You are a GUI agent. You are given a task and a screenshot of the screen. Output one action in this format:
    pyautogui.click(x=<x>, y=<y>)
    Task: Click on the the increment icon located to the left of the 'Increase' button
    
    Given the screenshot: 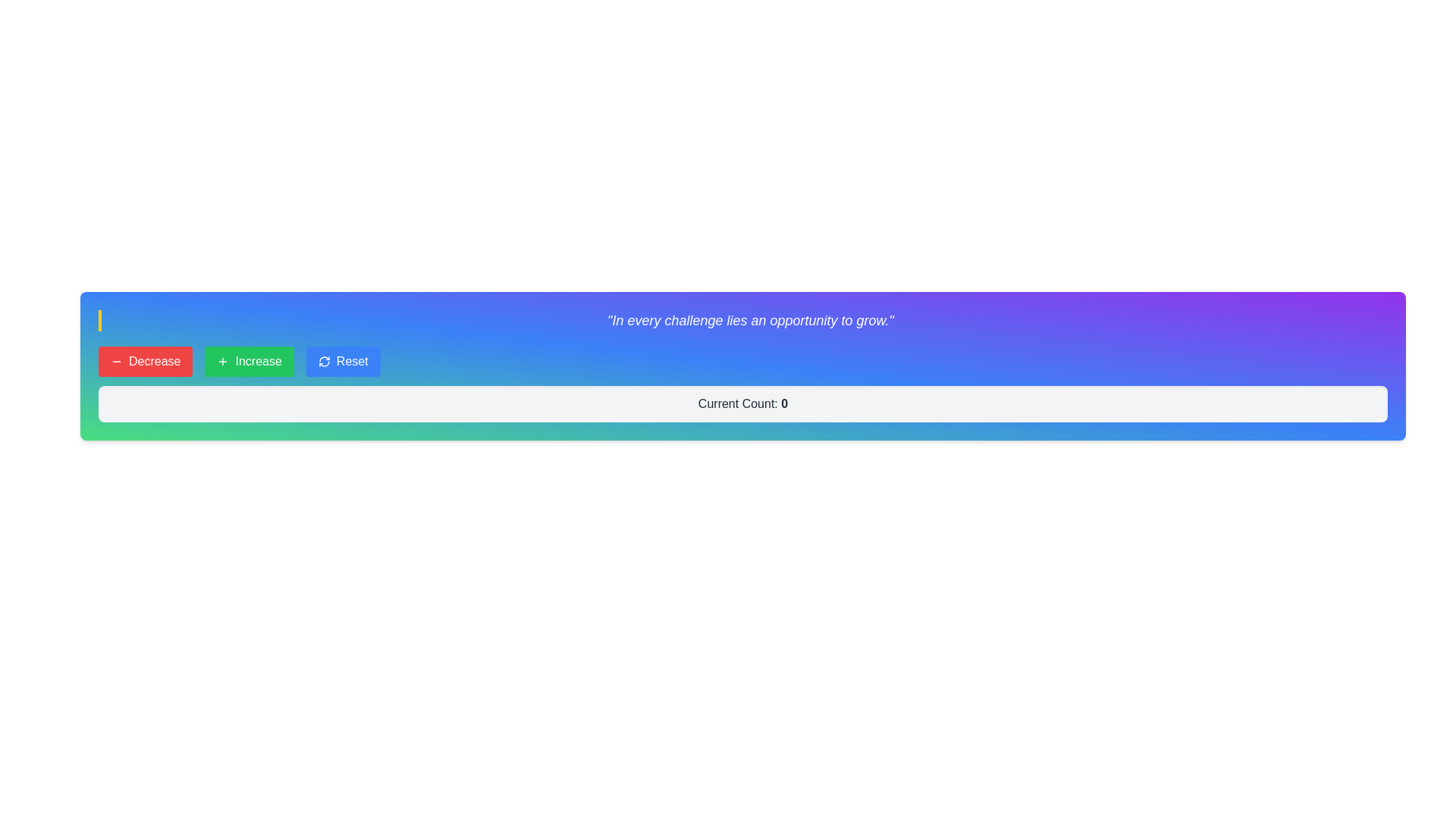 What is the action you would take?
    pyautogui.click(x=222, y=362)
    